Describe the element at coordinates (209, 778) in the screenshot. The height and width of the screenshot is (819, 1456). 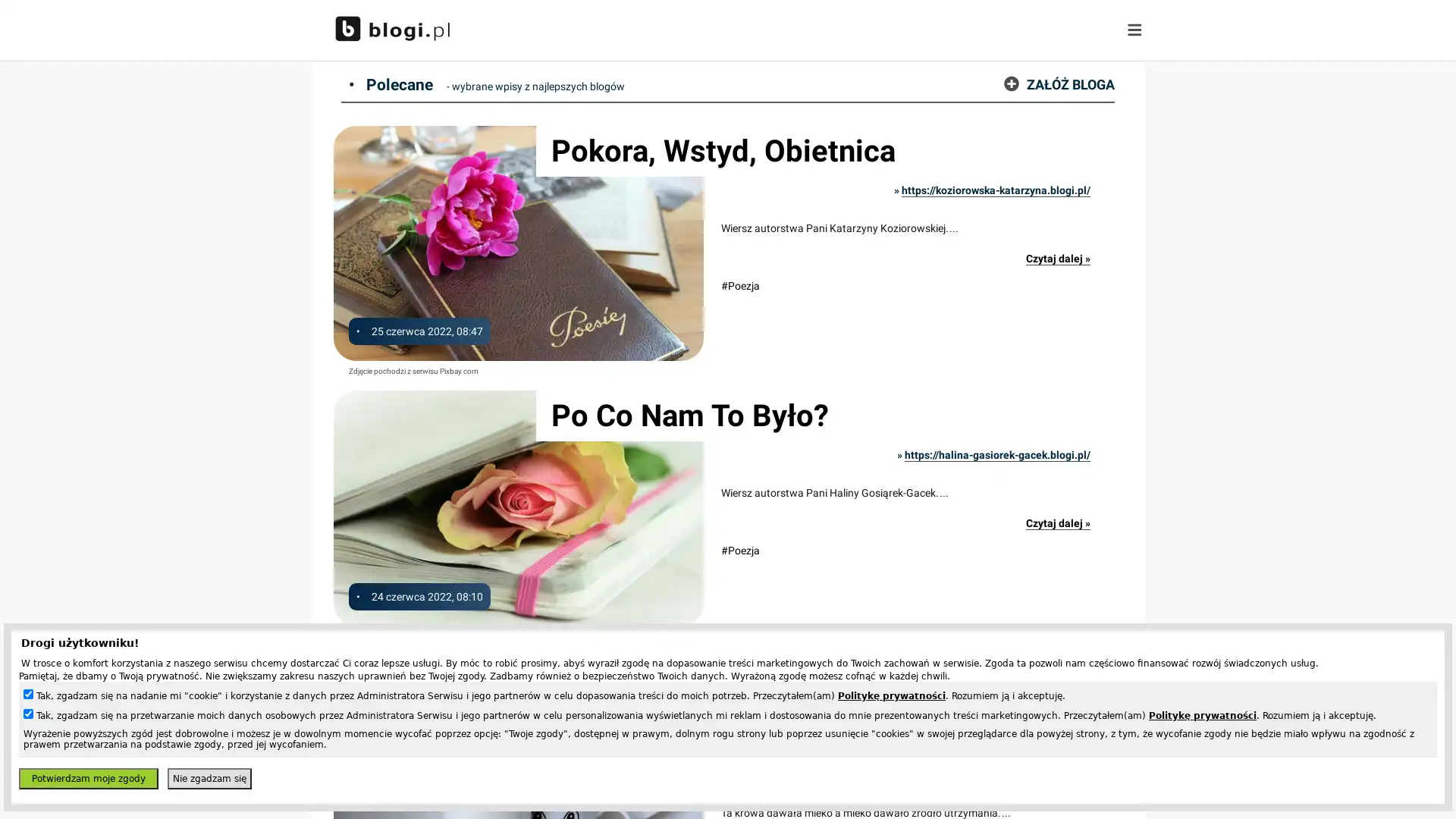
I see `Nie zgadzam sie` at that location.